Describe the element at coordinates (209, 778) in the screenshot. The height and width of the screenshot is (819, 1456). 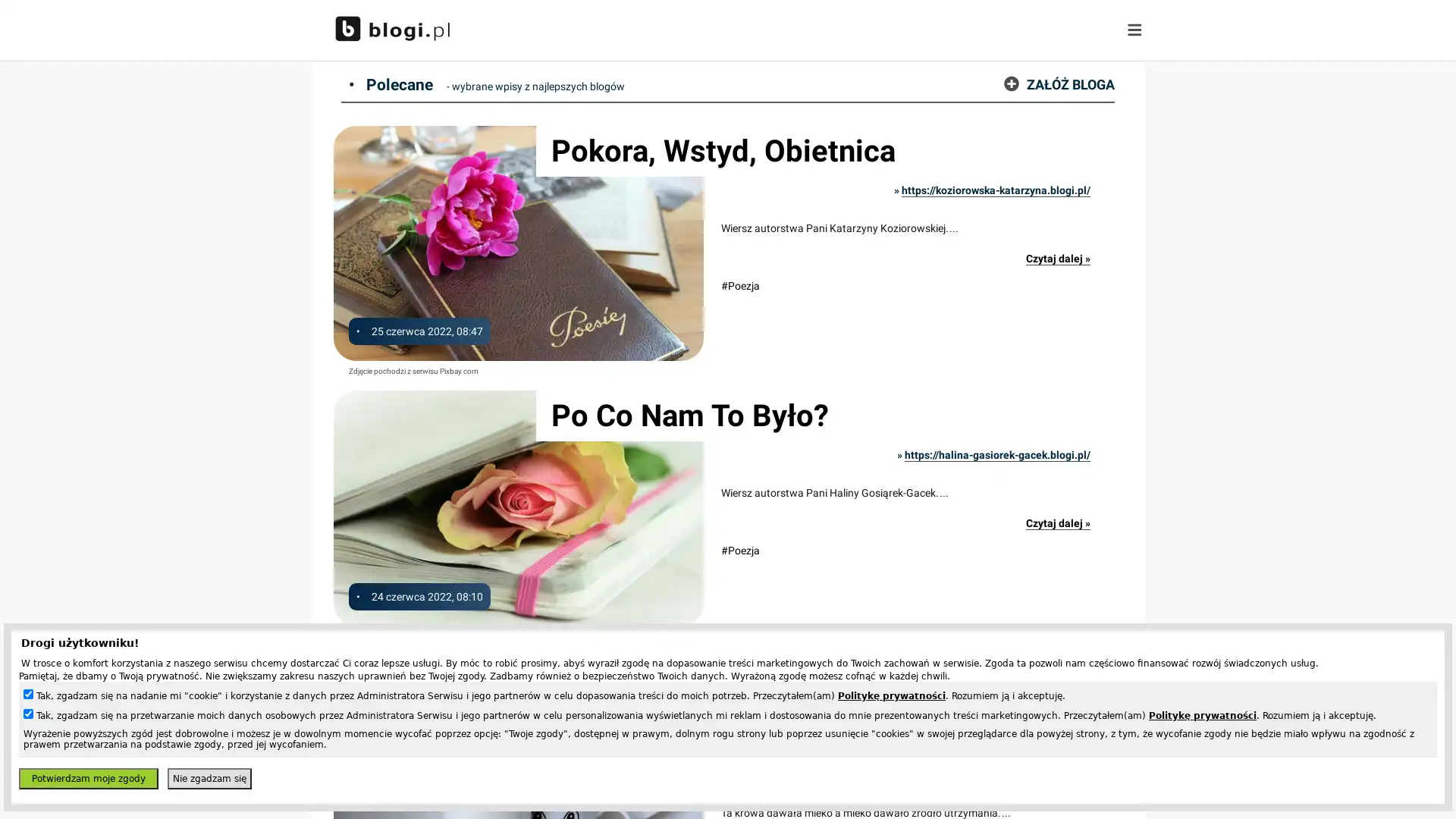
I see `Nie zgadzam sie` at that location.